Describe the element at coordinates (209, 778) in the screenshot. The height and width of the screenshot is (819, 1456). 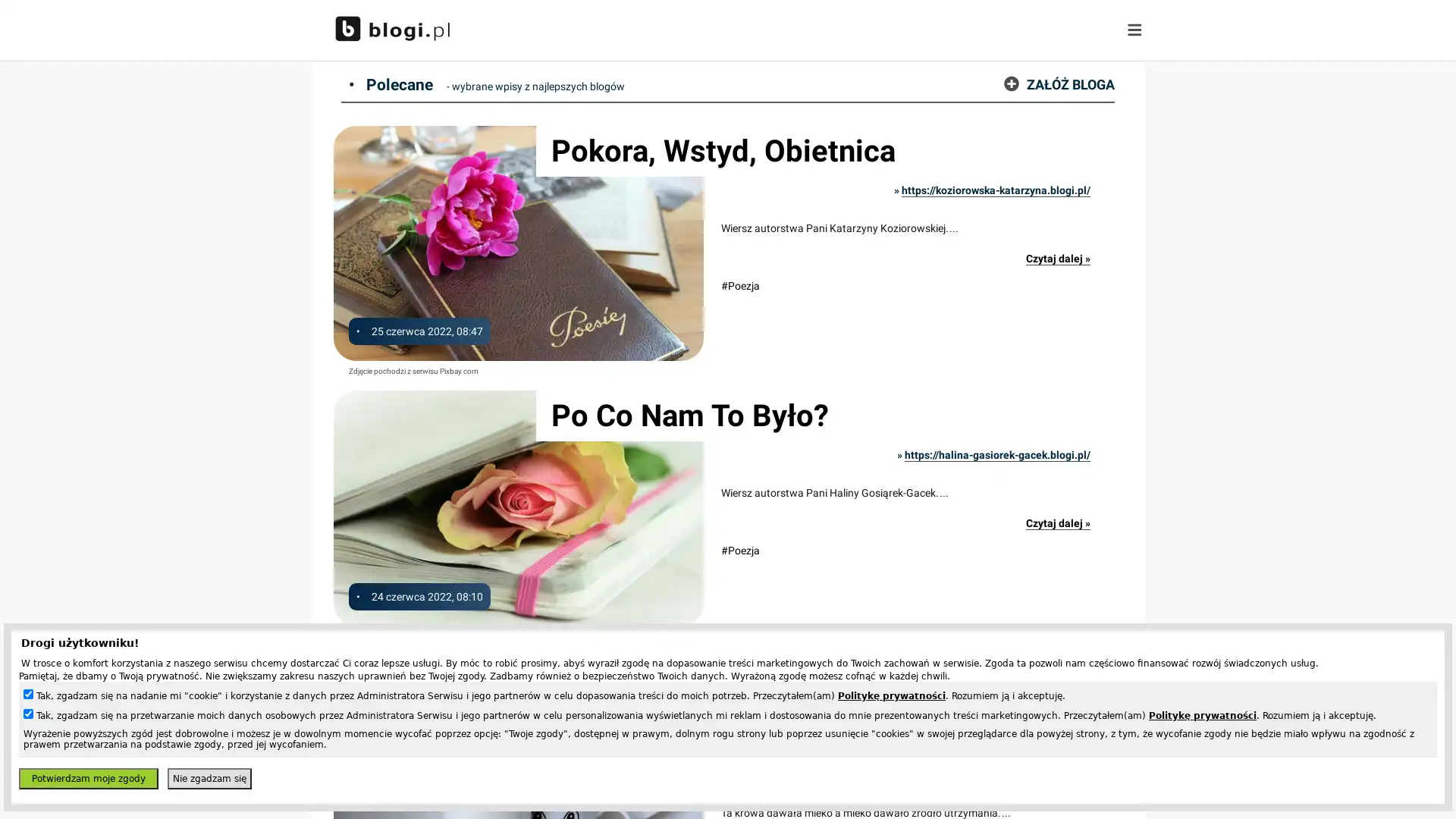
I see `Nie zgadzam sie` at that location.